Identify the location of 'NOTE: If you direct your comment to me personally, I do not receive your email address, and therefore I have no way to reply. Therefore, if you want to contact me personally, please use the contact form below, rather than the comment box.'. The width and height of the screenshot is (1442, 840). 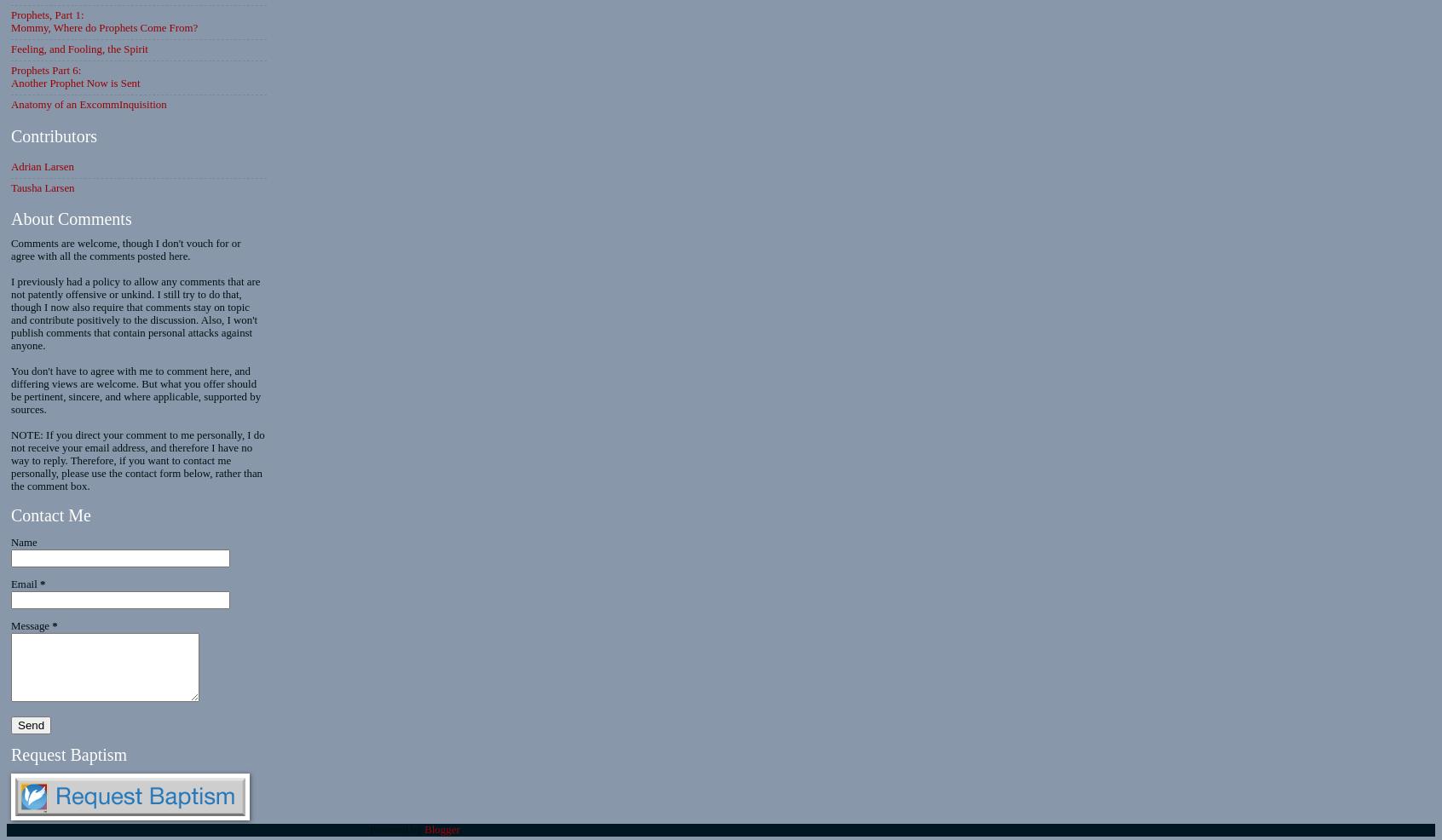
(136, 460).